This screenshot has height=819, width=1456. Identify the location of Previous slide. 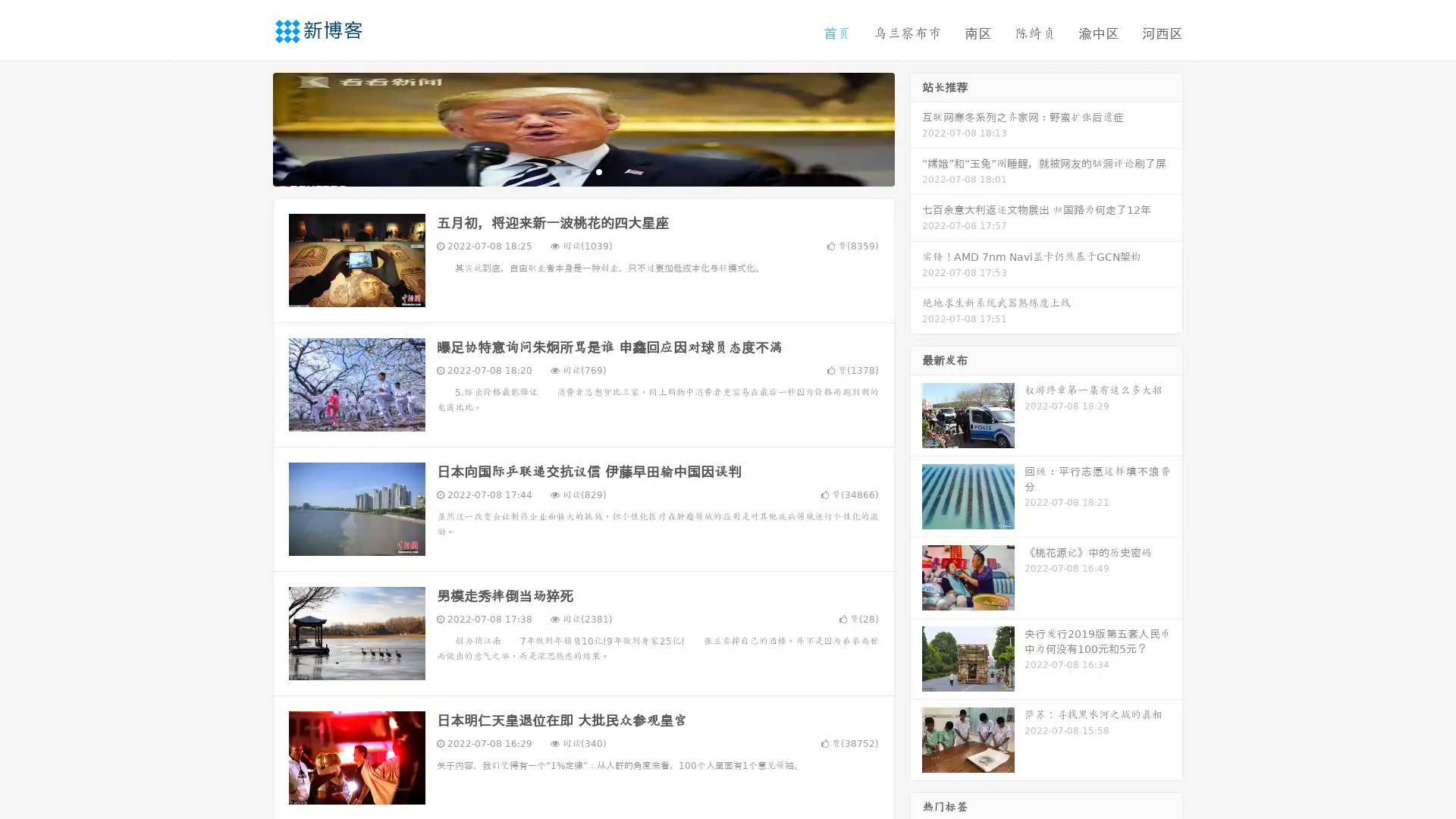
(250, 127).